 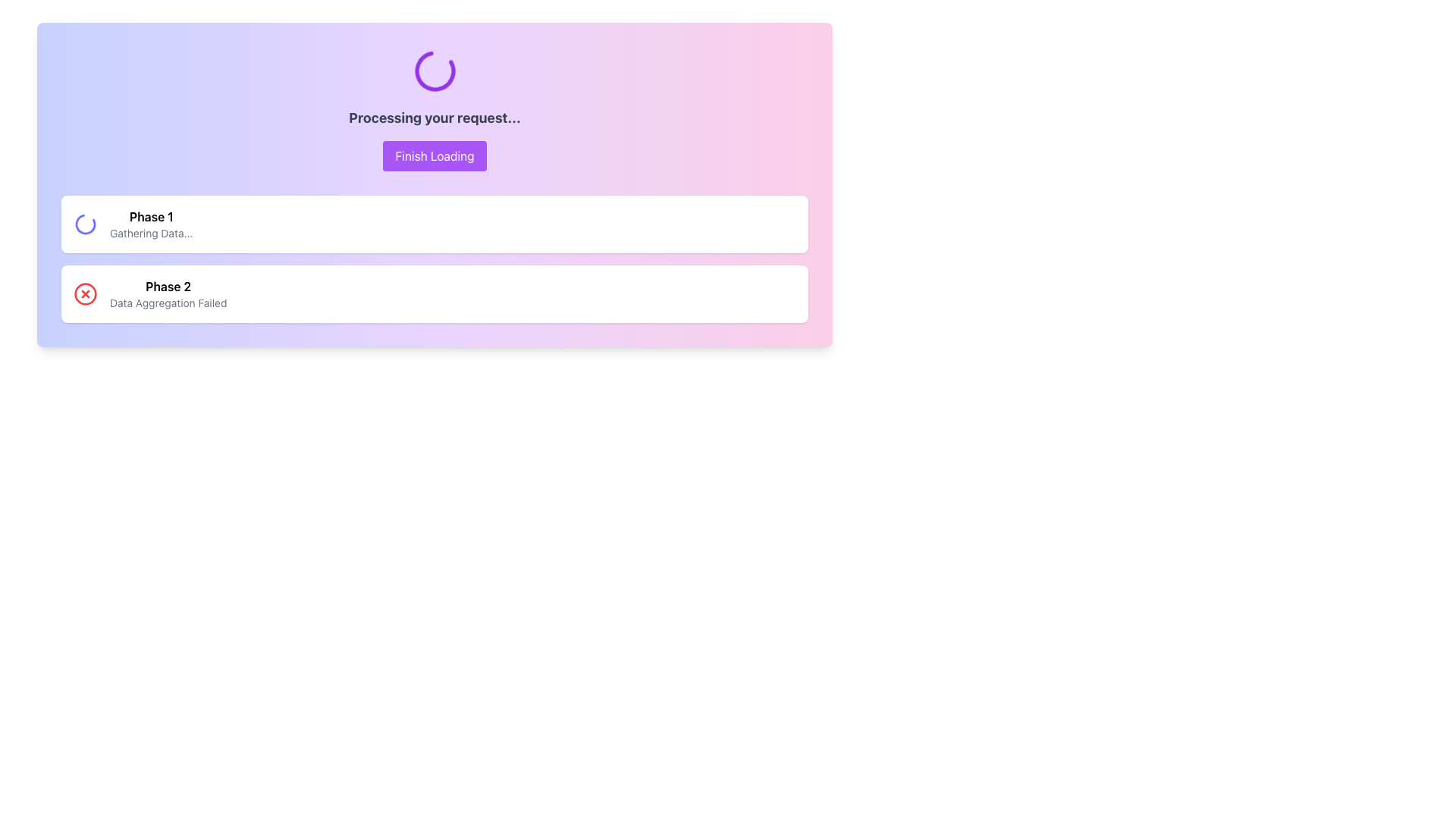 I want to click on the Loading indicator (animated spinner) located at the top-left corner of the 'Phase 1' section, below the 'Processing your request' header, so click(x=85, y=224).